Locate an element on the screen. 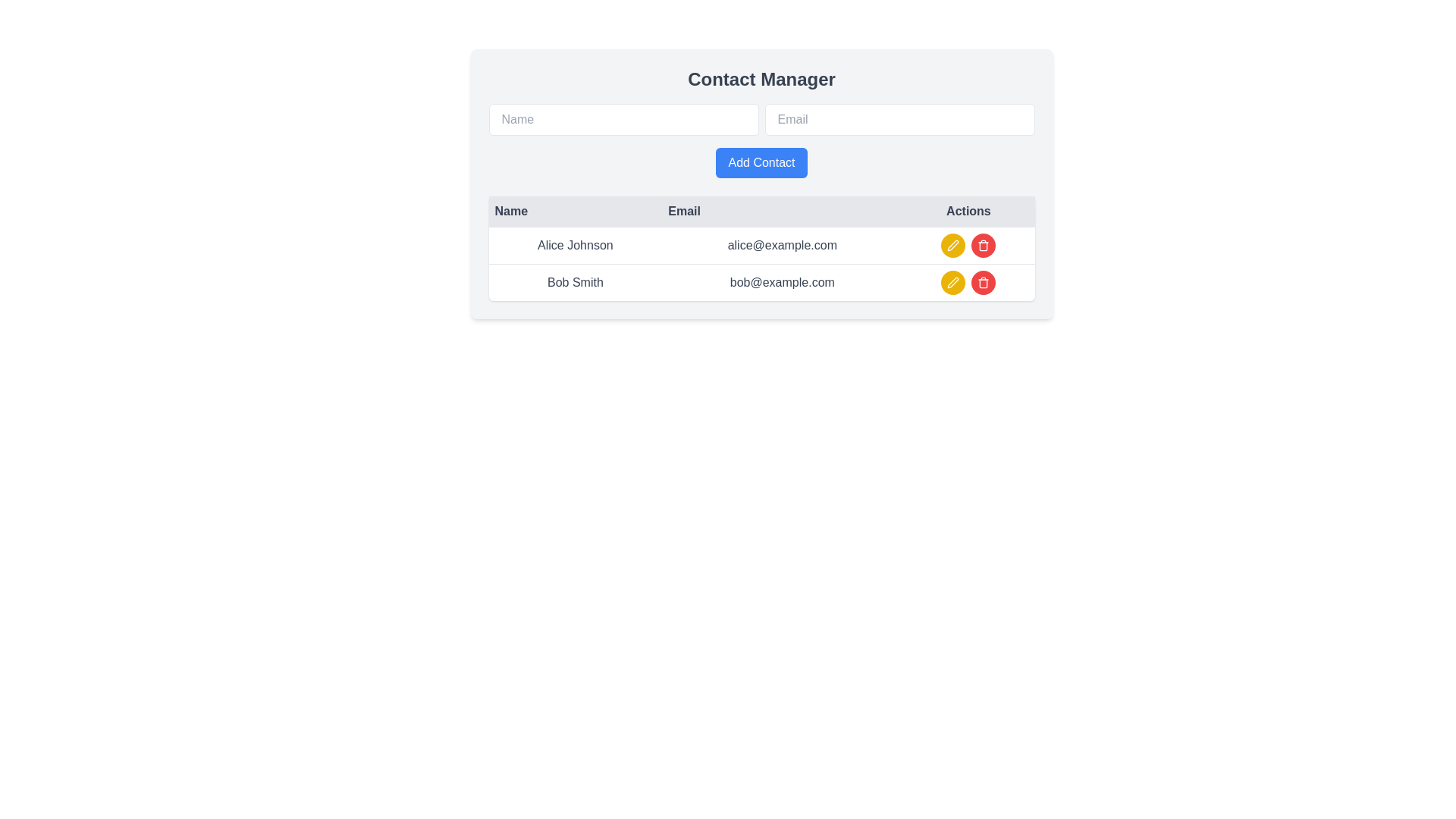  the circular button with a yellow background and a white pen icon, located in the 'Actions' column of the first row is located at coordinates (952, 245).